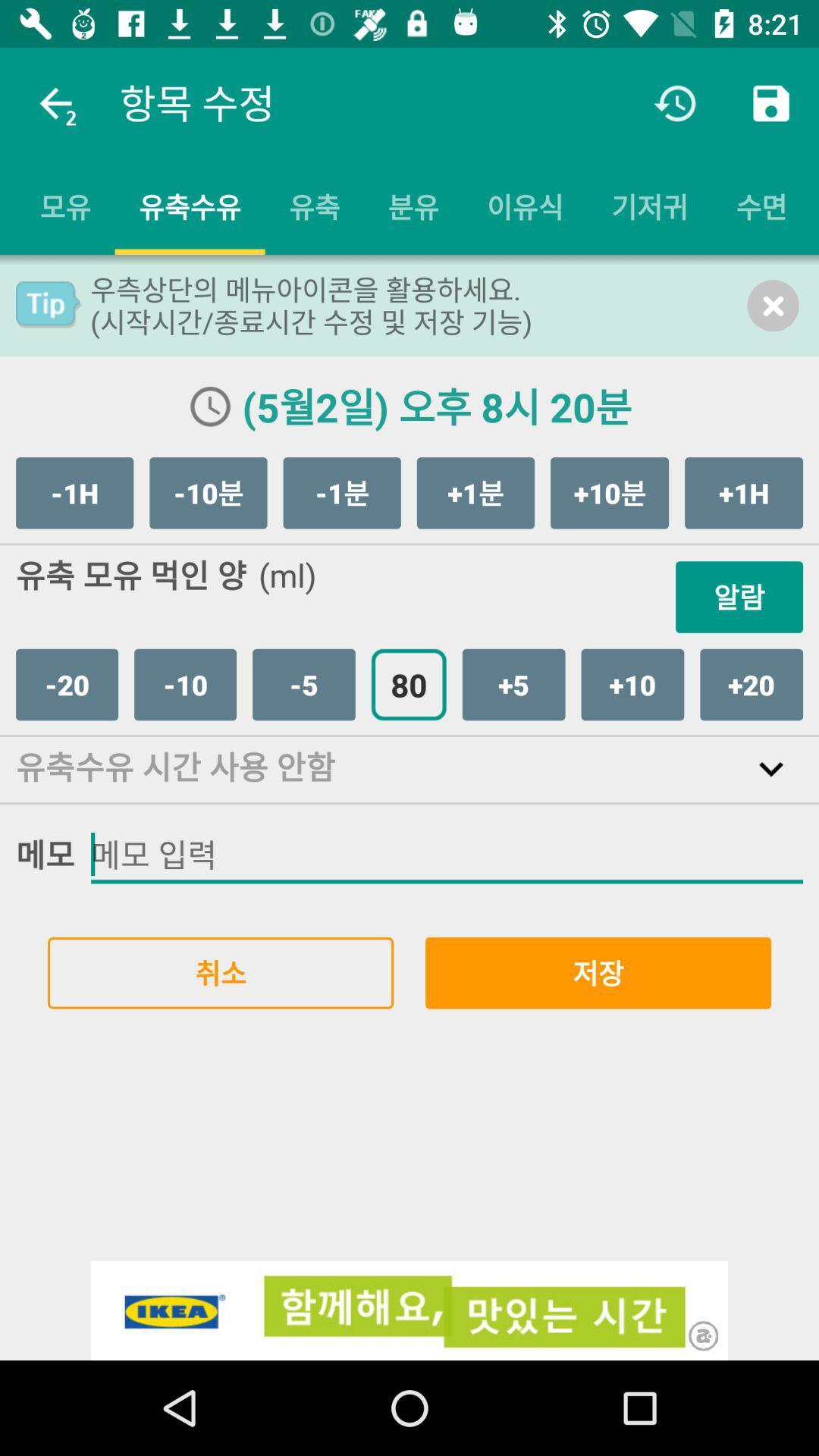 The image size is (819, 1456). I want to click on the item next to -1h icon, so click(208, 493).